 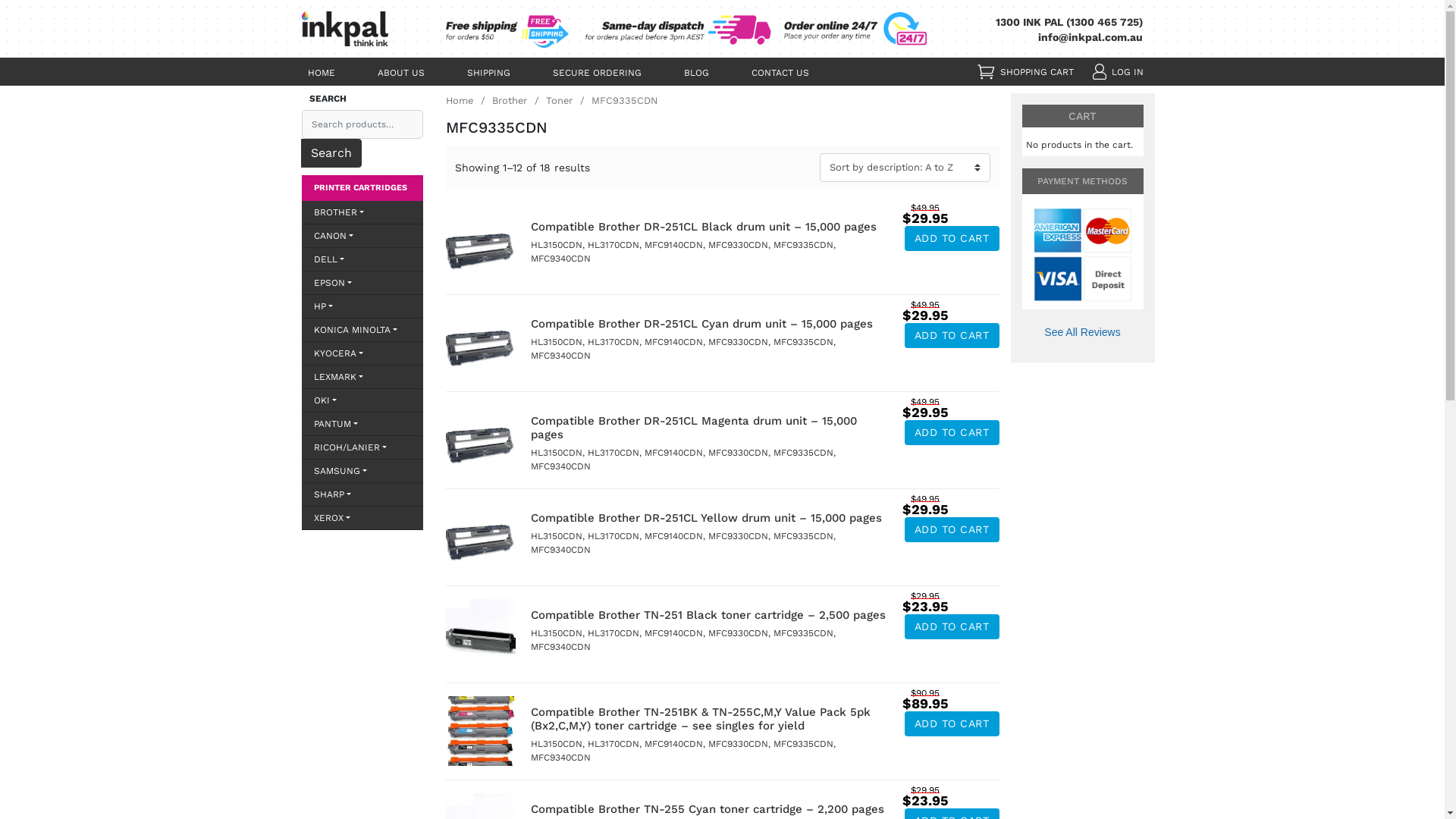 I want to click on 'KYOCERA', so click(x=302, y=353).